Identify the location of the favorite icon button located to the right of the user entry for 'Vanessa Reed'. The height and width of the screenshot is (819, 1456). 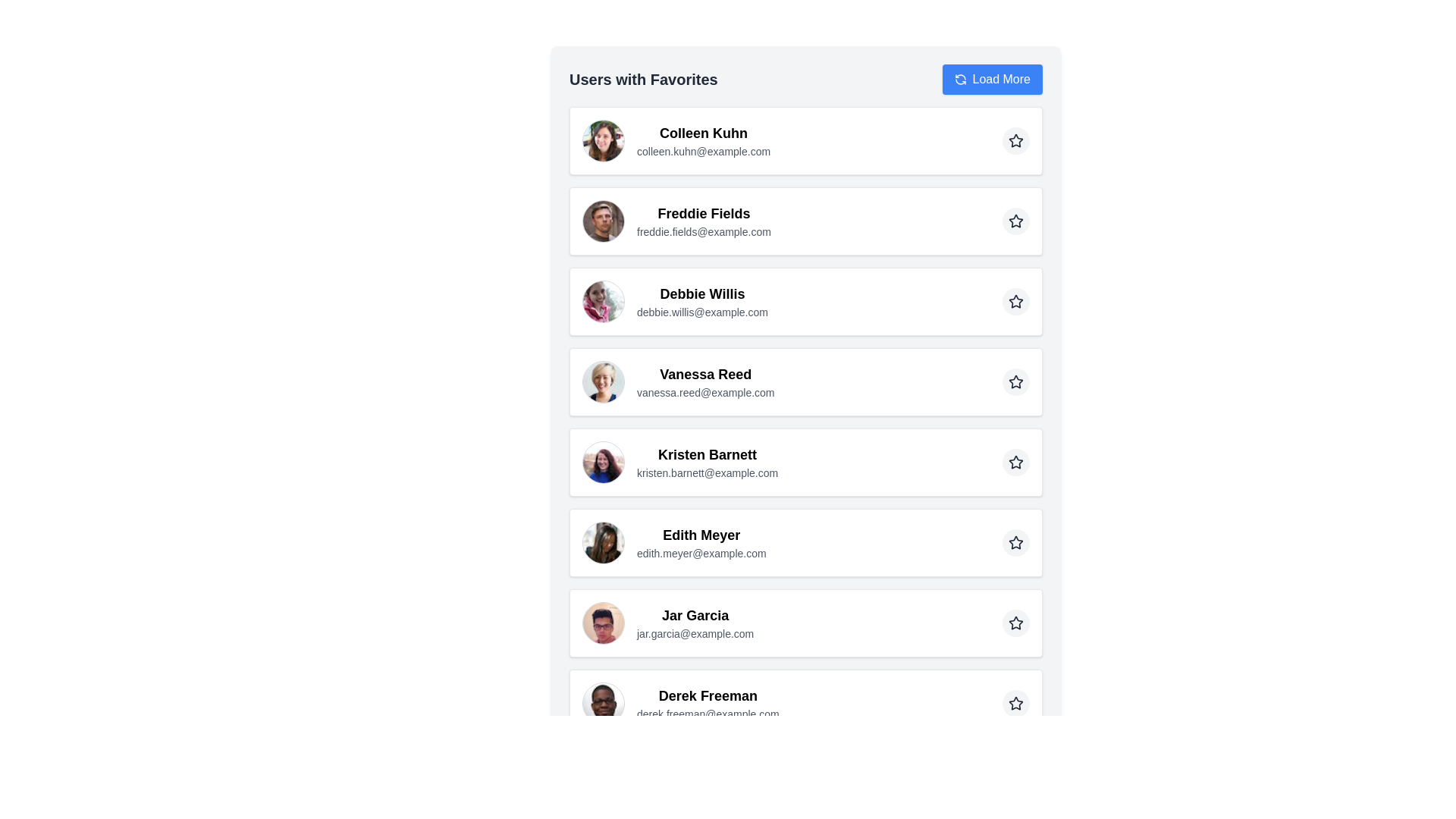
(1015, 380).